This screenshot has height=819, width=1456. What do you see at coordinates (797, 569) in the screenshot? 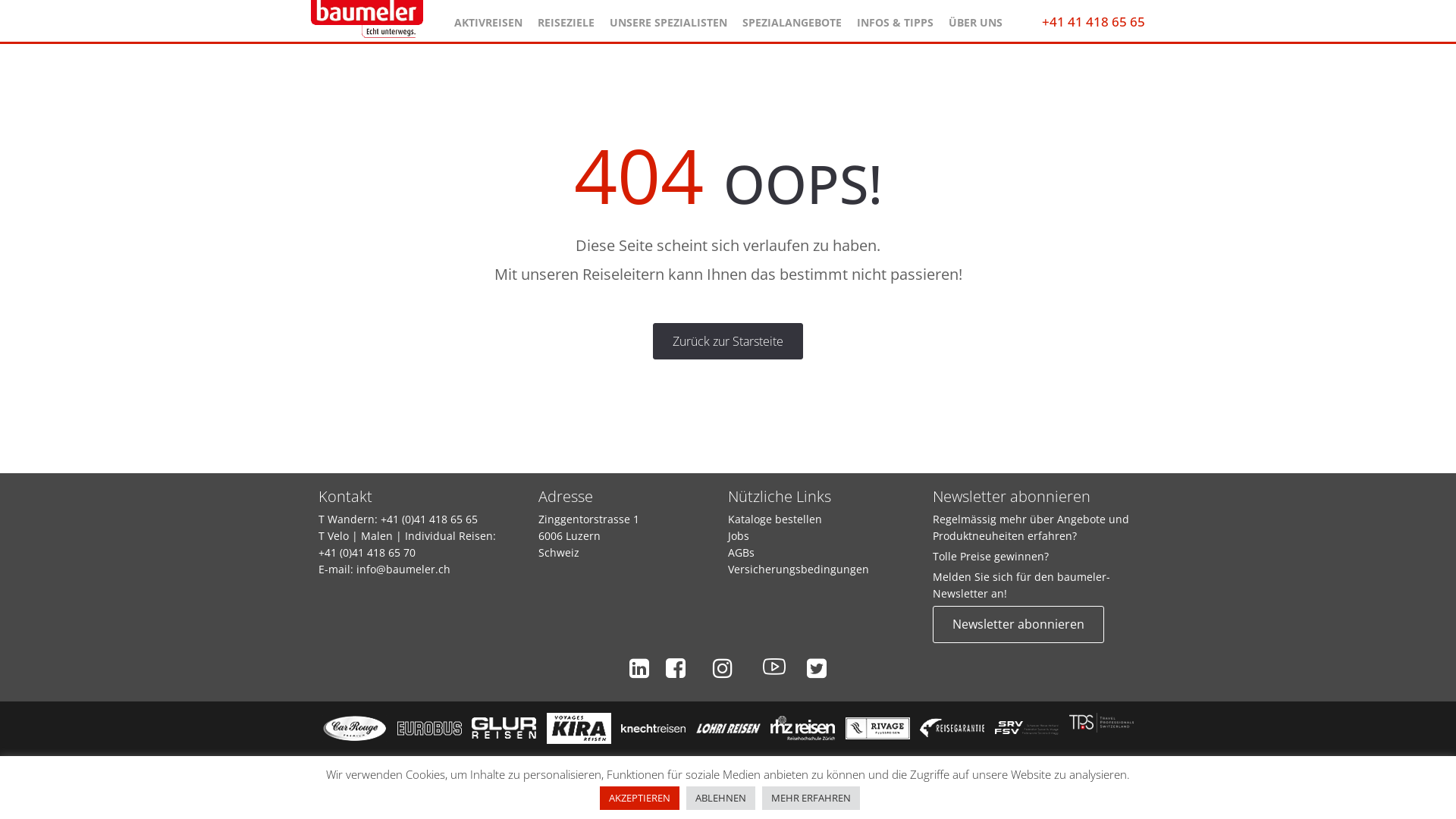
I see `'Versicherungsbedingungen'` at bounding box center [797, 569].